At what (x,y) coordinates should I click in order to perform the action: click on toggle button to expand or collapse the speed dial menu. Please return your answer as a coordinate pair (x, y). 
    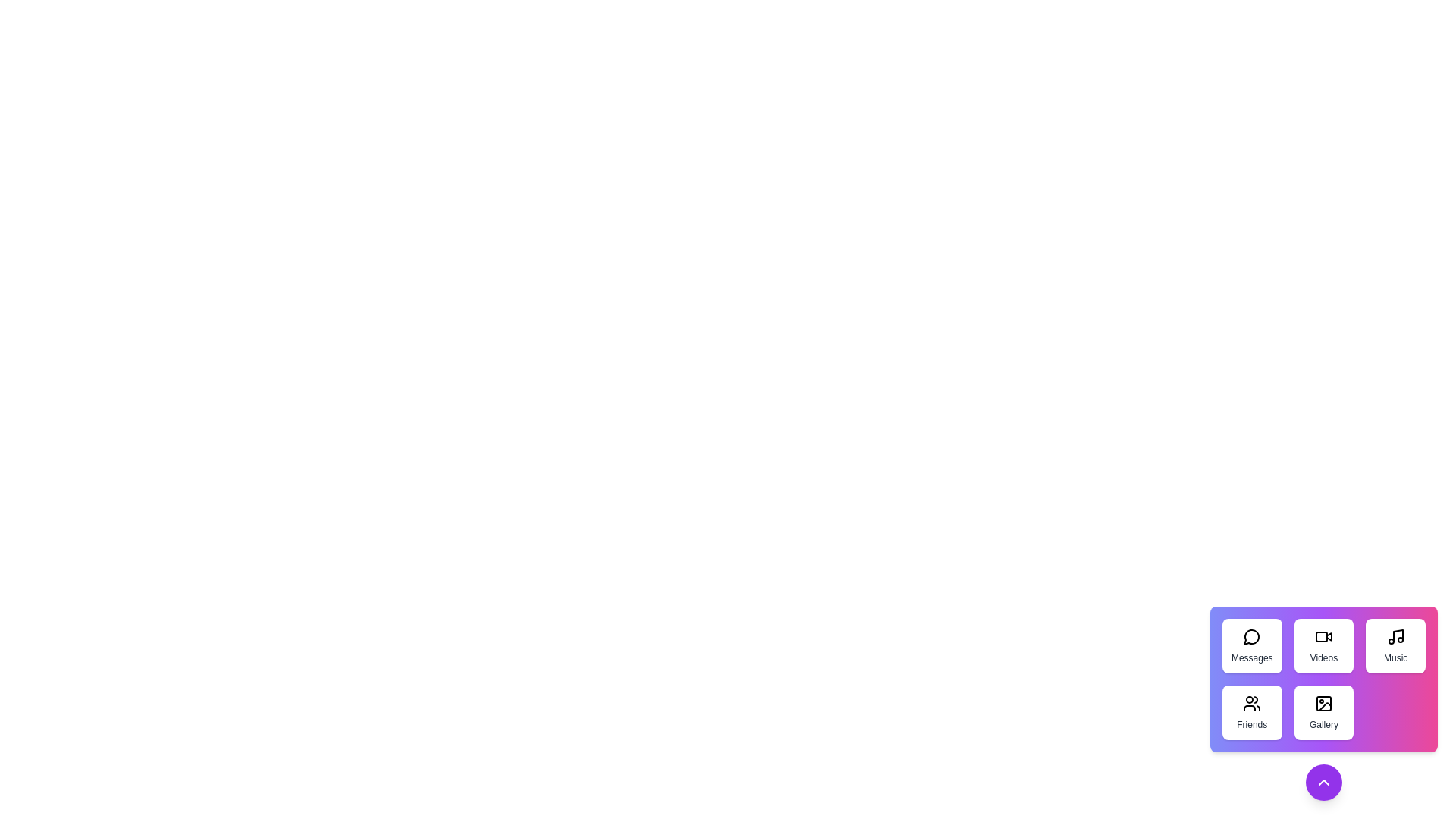
    Looking at the image, I should click on (1323, 783).